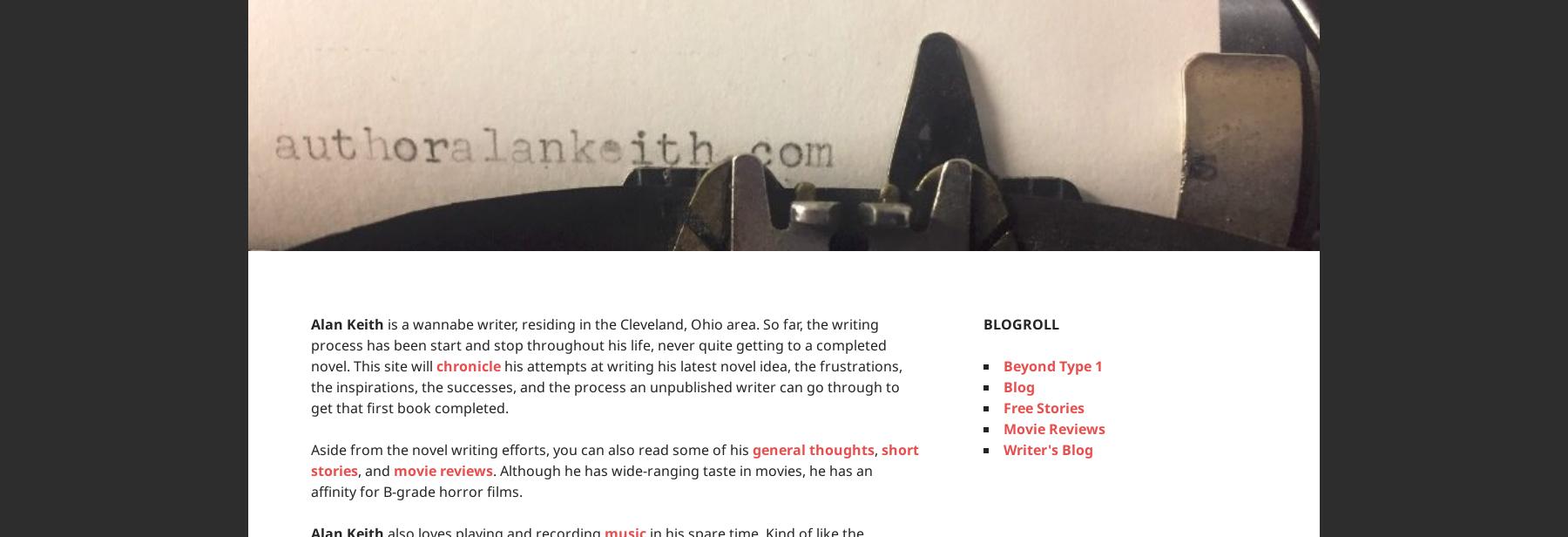 The image size is (1568, 537). I want to click on 'Movie Reviews', so click(1053, 428).